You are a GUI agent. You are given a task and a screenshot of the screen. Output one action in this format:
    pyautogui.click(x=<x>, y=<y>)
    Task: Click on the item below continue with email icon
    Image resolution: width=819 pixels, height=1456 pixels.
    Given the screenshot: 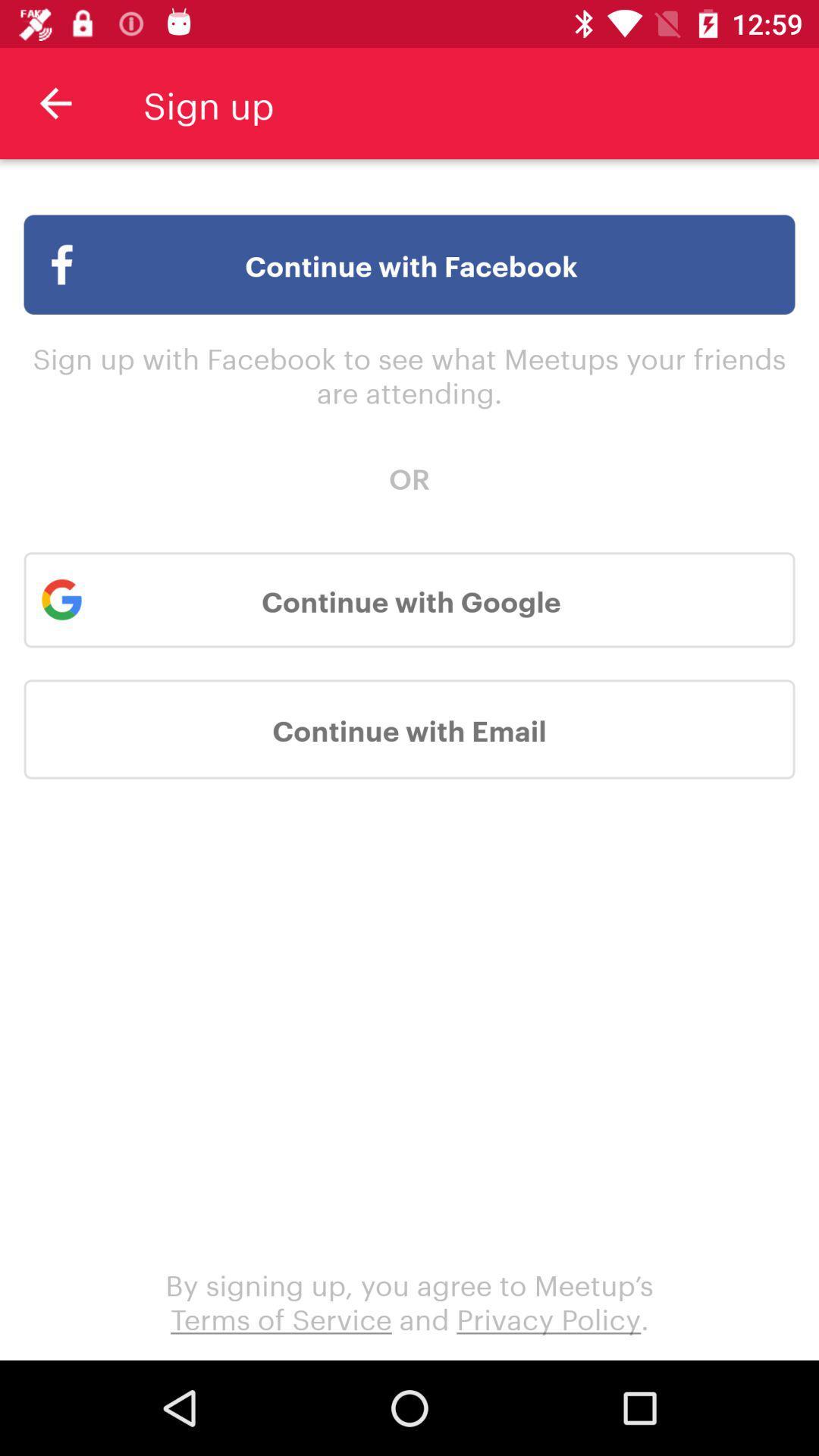 What is the action you would take?
    pyautogui.click(x=409, y=1300)
    